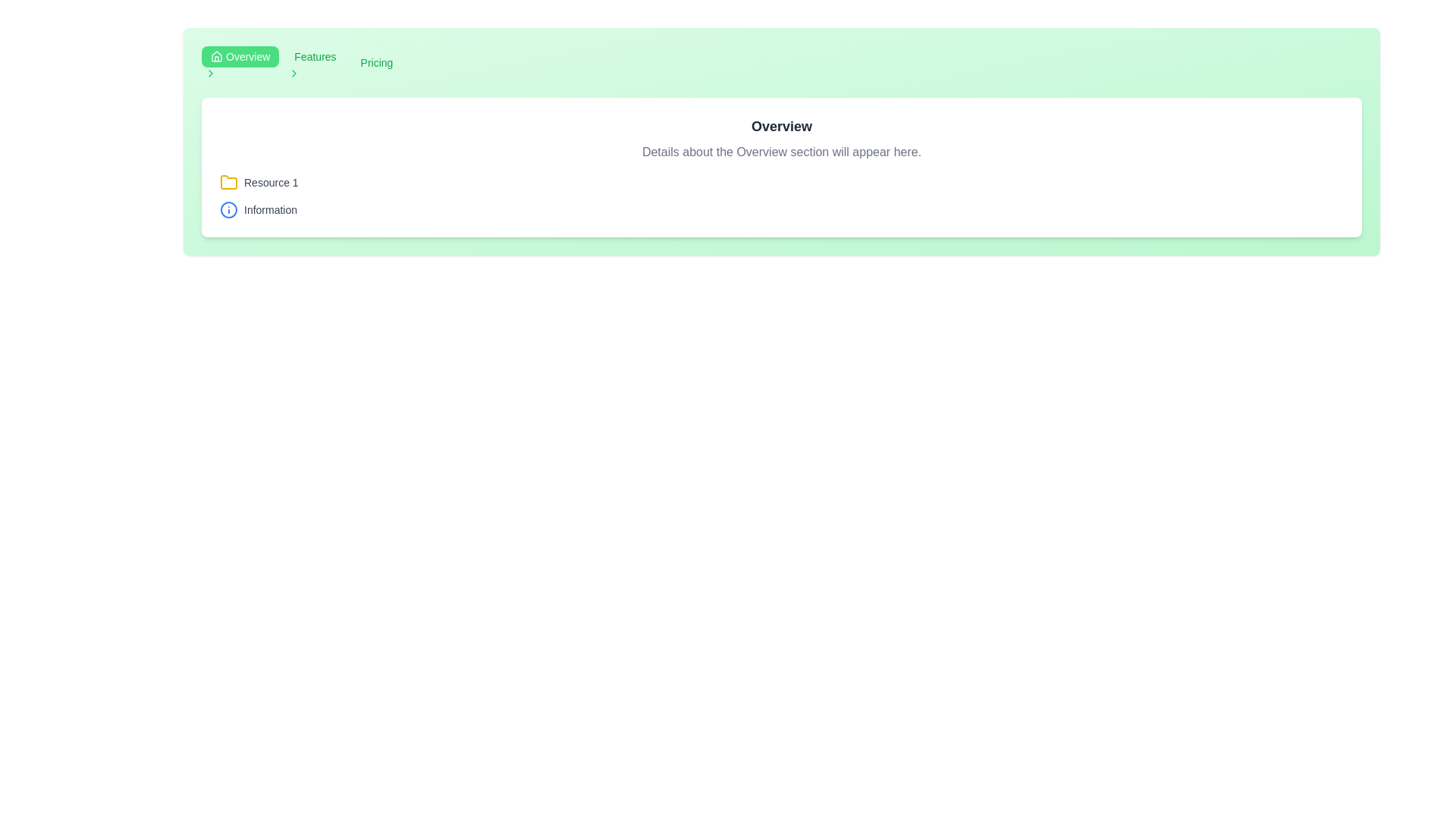  I want to click on the 'Pricing' hyperlinked text menu item, which is styled in green and located in the header among navigation links, so click(377, 62).